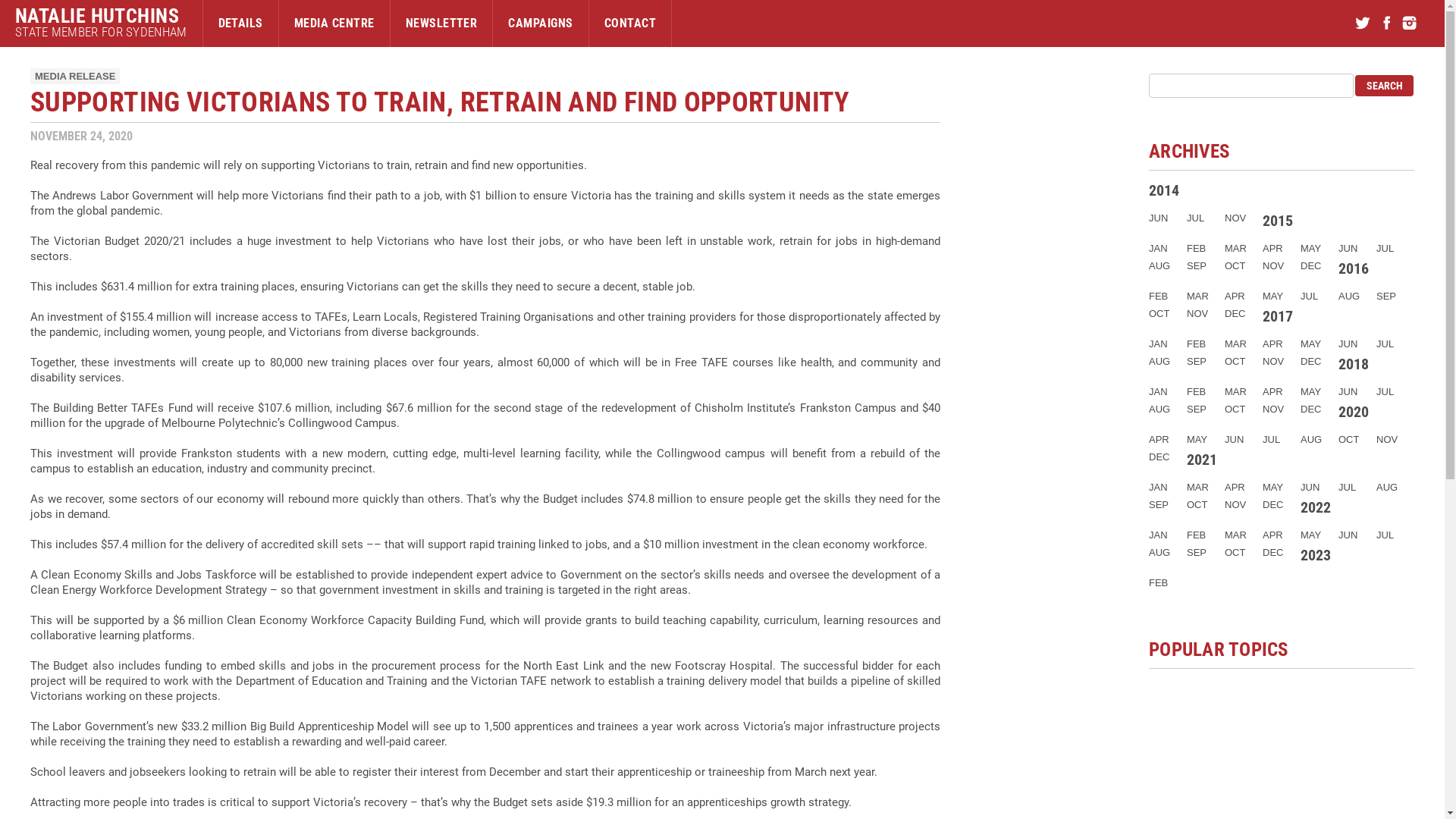 The width and height of the screenshot is (1456, 819). What do you see at coordinates (1149, 296) in the screenshot?
I see `'FEB'` at bounding box center [1149, 296].